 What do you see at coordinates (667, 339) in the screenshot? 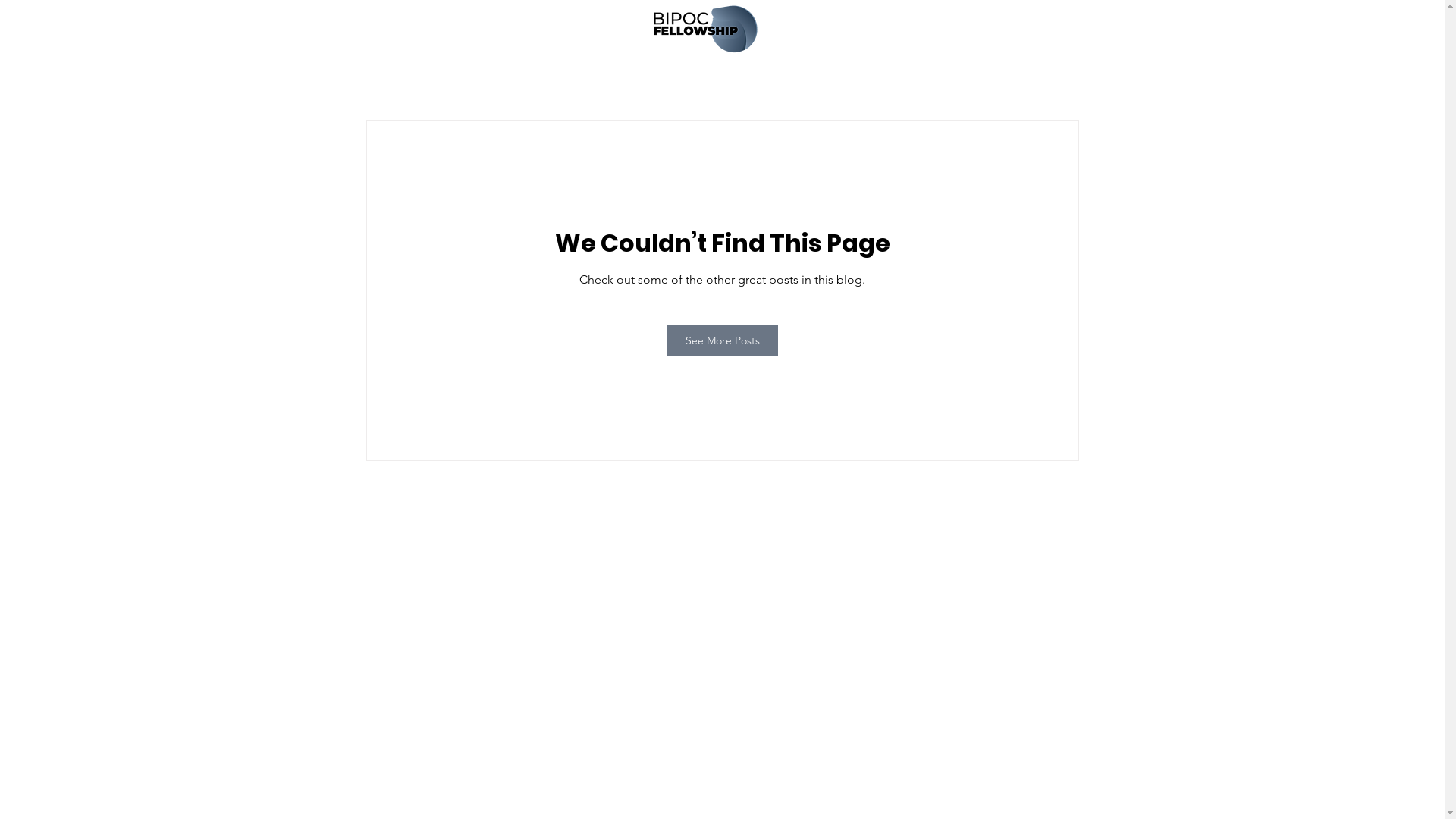
I see `'See More Posts'` at bounding box center [667, 339].